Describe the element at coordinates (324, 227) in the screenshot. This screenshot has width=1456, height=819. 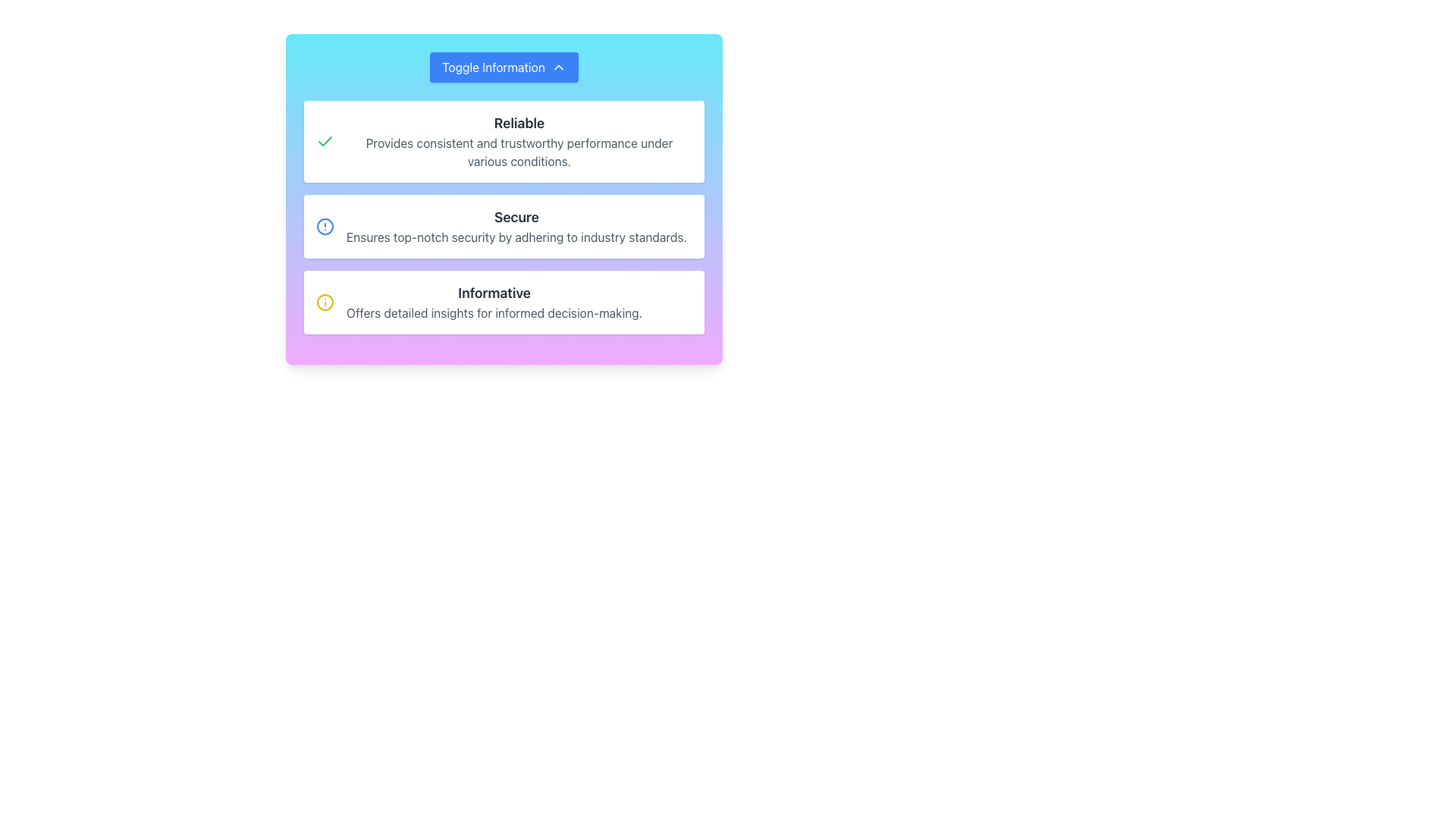
I see `the blue outlined SVG Circle located in the 'Secure' section, positioned to the left of the text content` at that location.